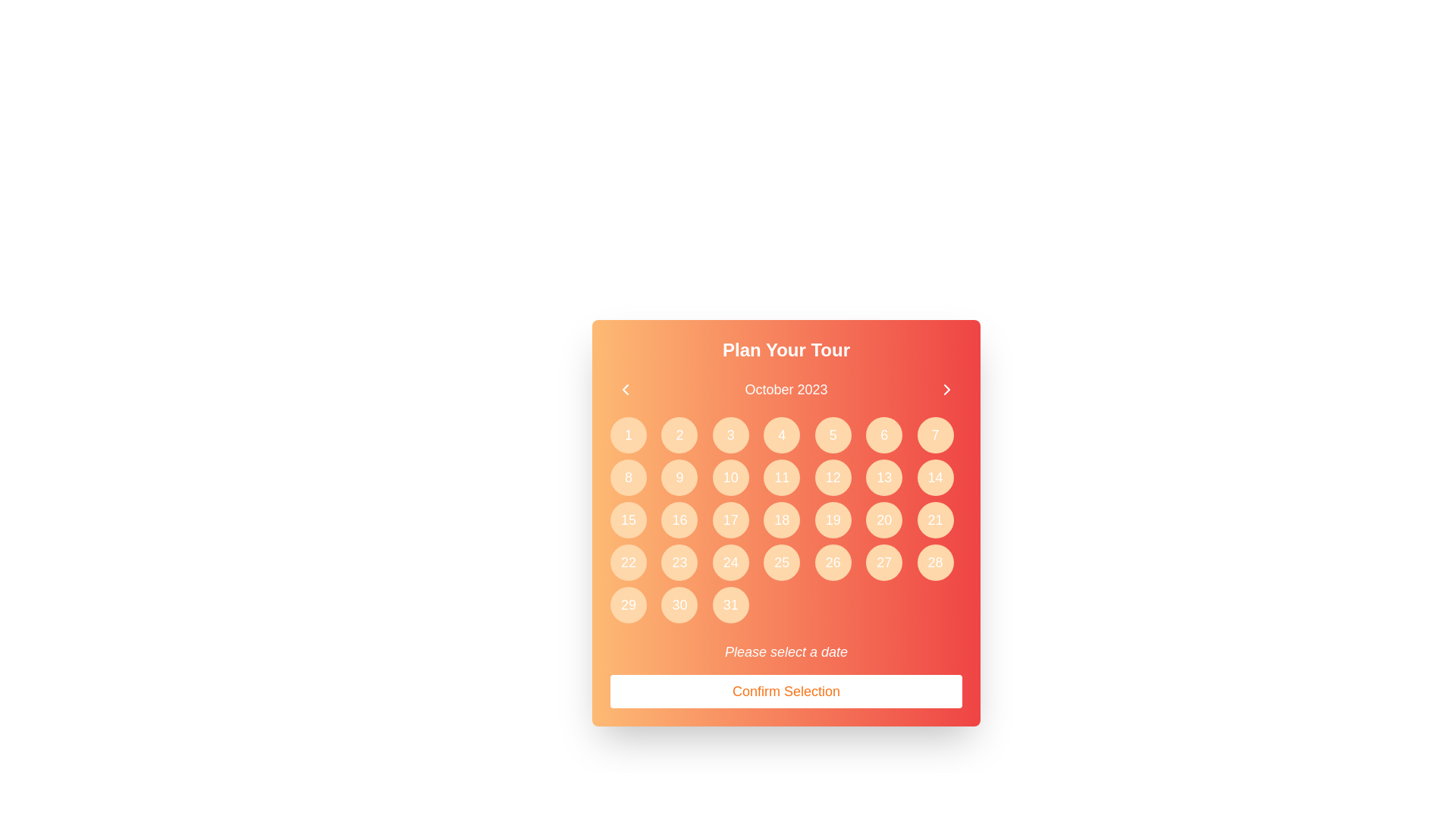 The height and width of the screenshot is (819, 1456). Describe the element at coordinates (946, 388) in the screenshot. I see `the chevron-right icon, which is styled as an arrow pointing to the right and located at the top-right corner of the interface in the red gradient header section` at that location.